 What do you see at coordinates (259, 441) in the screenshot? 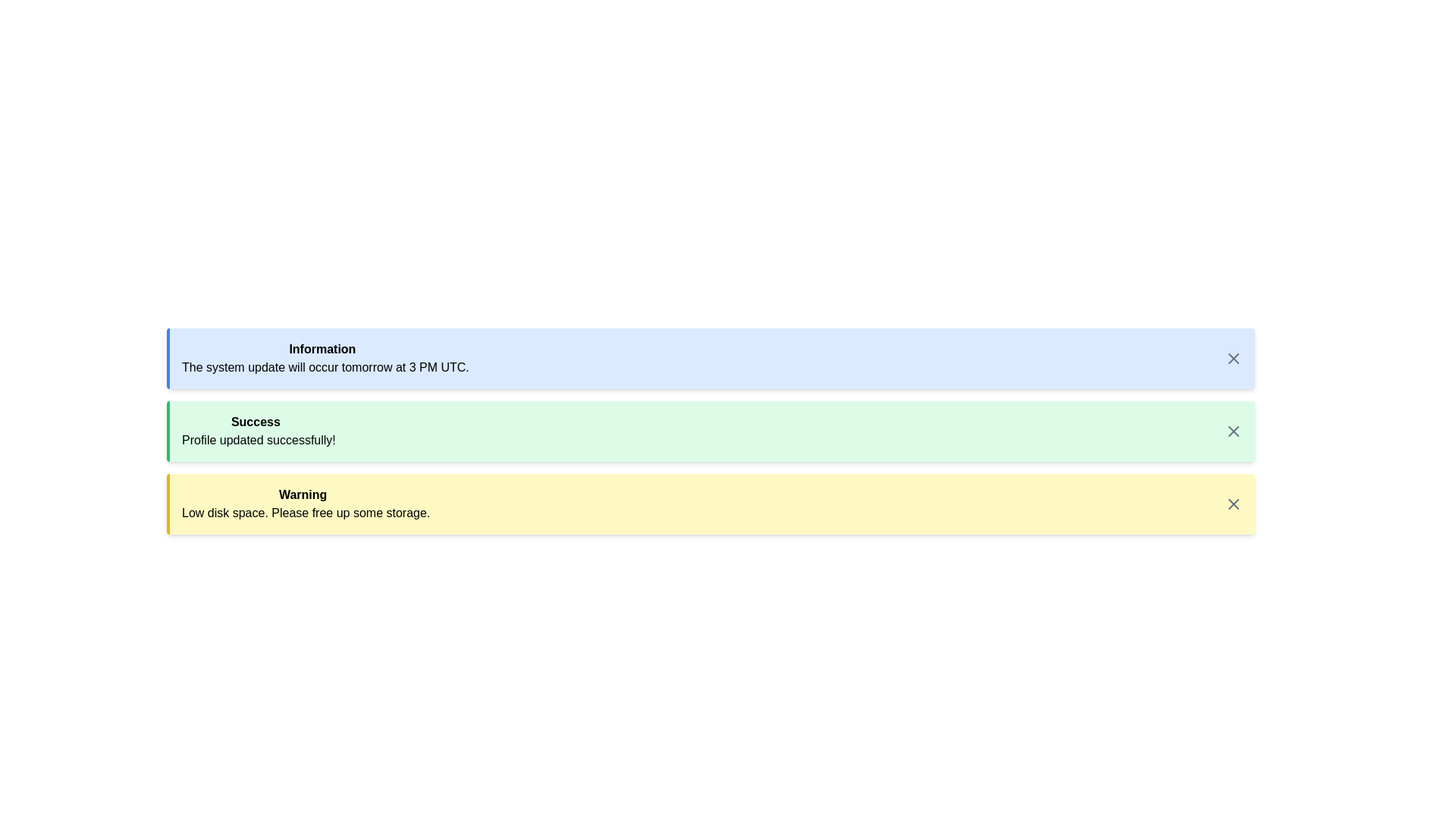
I see `the text label that notifies the user that their profile has been updated successfully, located in the lower portion of the green alert box titled 'Success'` at bounding box center [259, 441].